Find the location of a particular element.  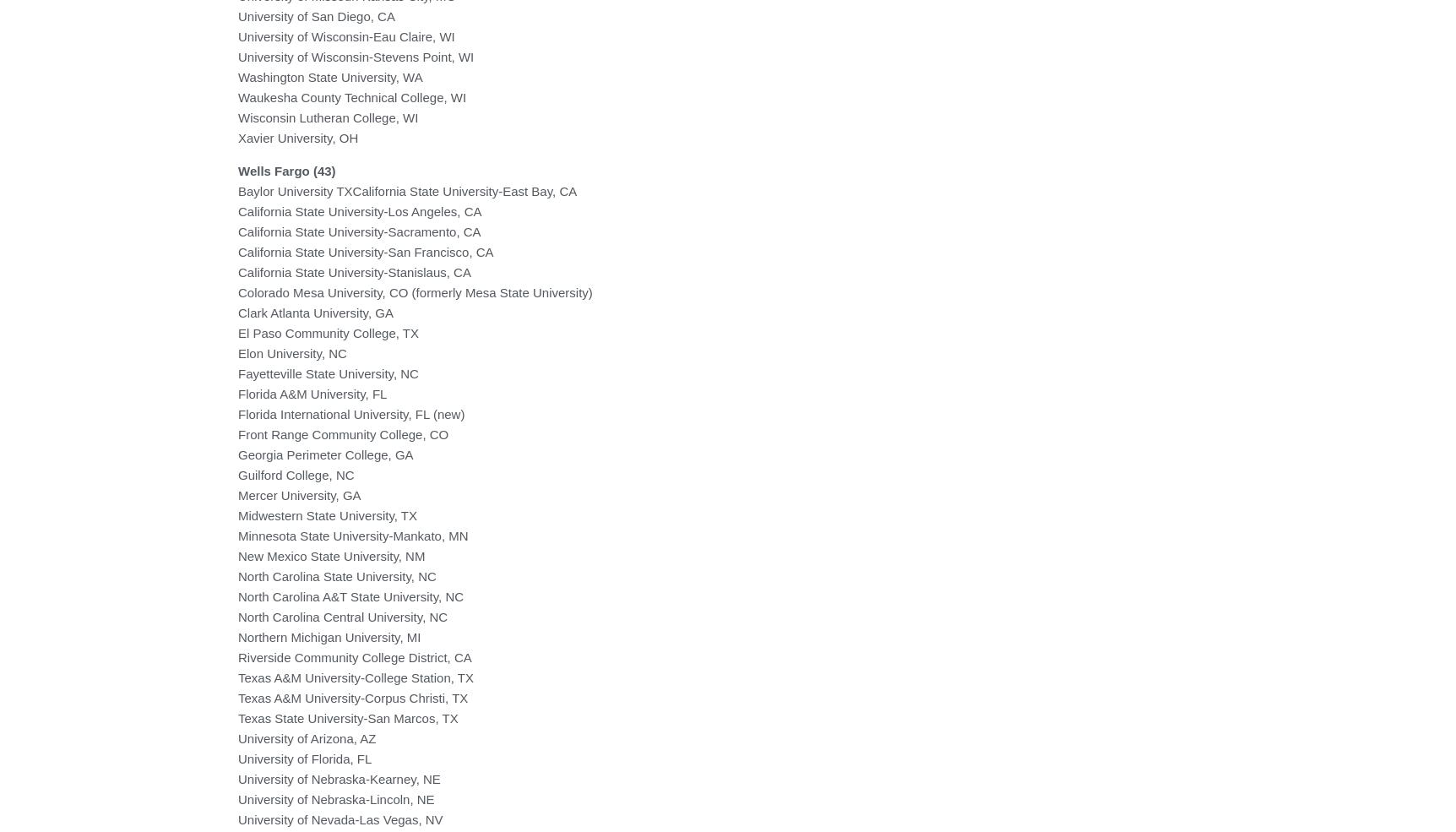

'Riverside Community College District, CA' is located at coordinates (353, 656).